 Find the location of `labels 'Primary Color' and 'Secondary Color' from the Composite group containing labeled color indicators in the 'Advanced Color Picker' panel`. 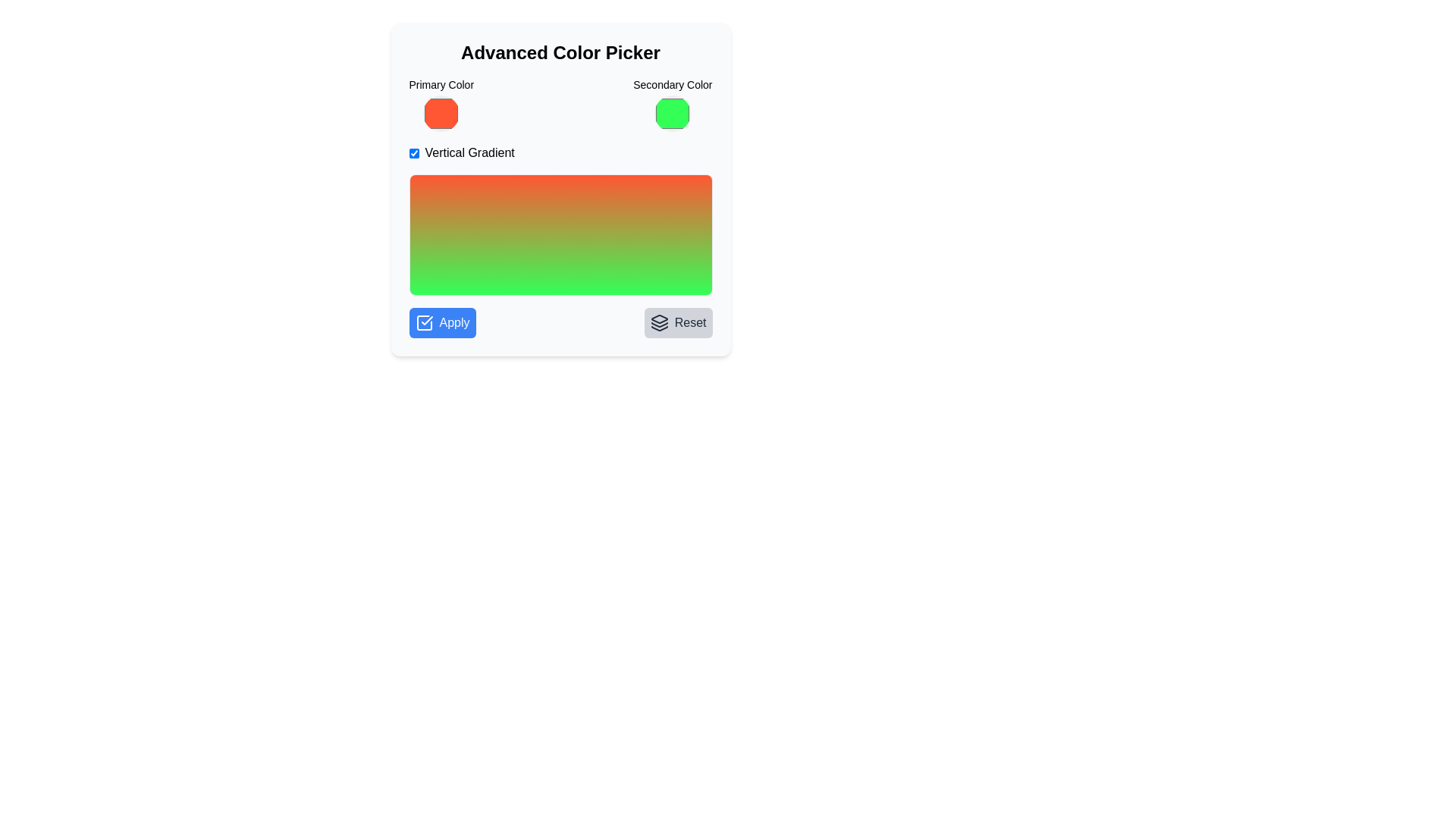

labels 'Primary Color' and 'Secondary Color' from the Composite group containing labeled color indicators in the 'Advanced Color Picker' panel is located at coordinates (560, 104).